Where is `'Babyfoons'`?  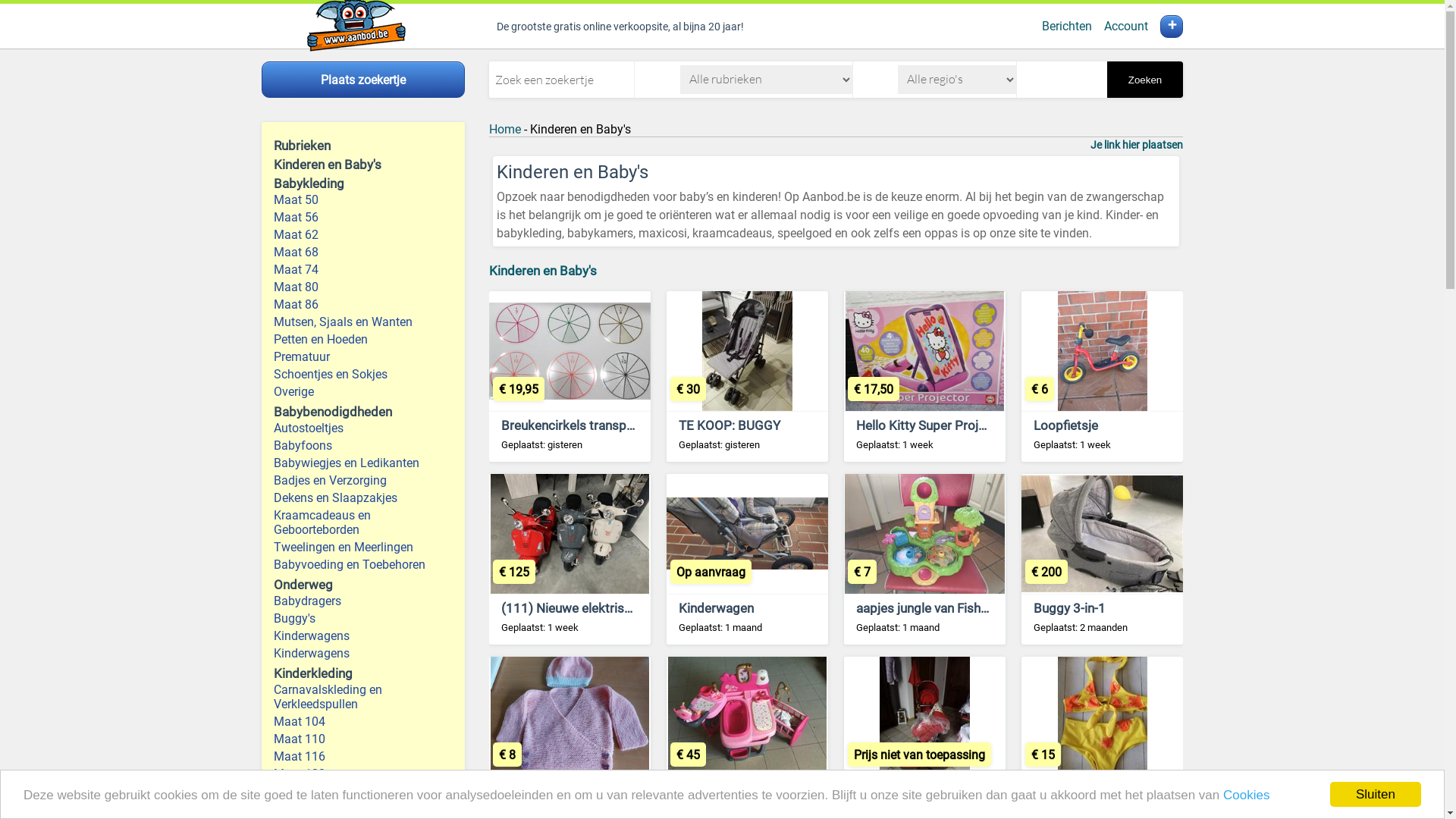 'Babyfoons' is located at coordinates (362, 444).